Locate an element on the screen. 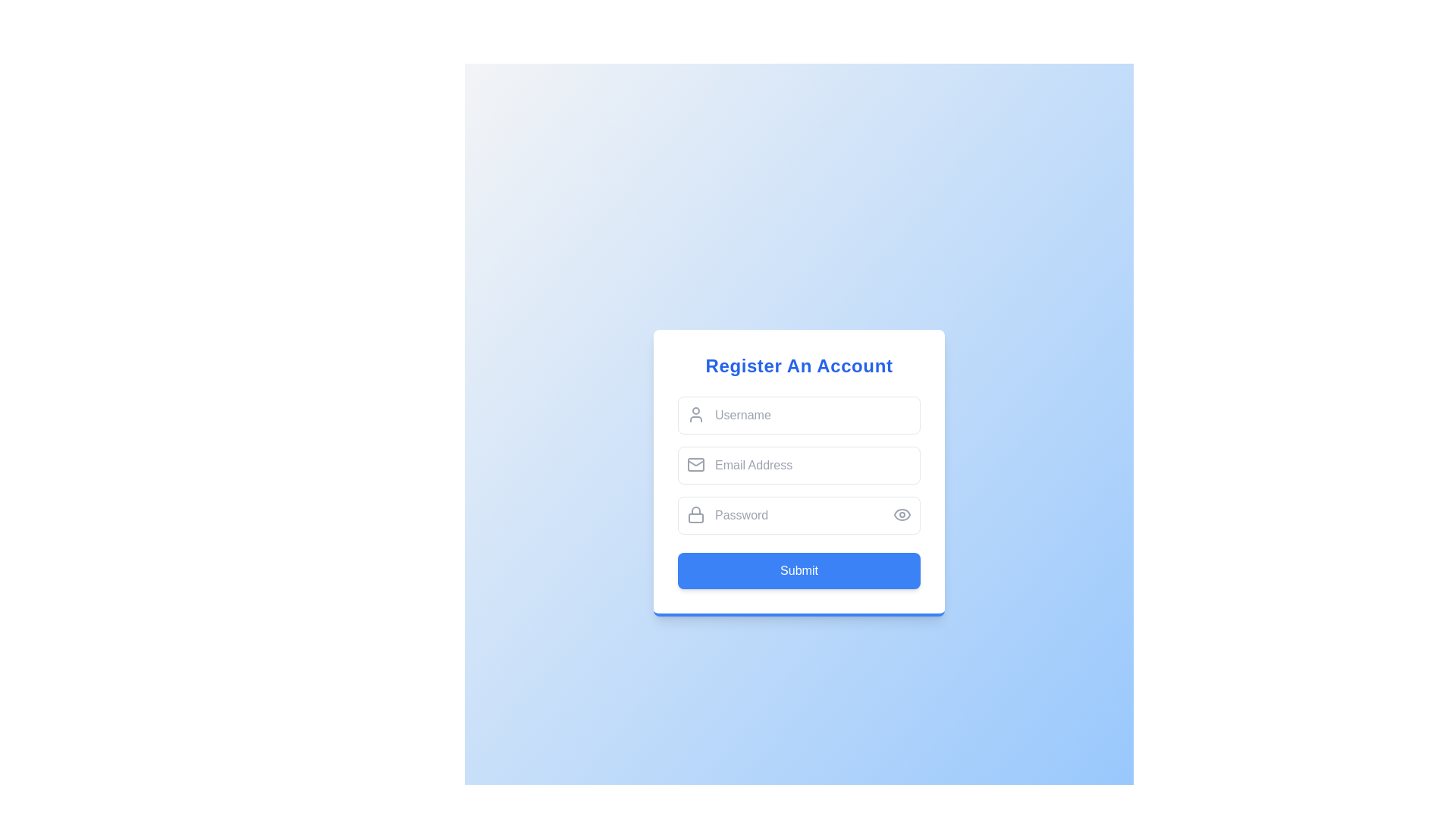 The width and height of the screenshot is (1456, 819). the mail icon, which is a minimalistic envelope with a central horizontal line indicating the flap, located to the left of the 'Email Address' input field is located at coordinates (695, 464).